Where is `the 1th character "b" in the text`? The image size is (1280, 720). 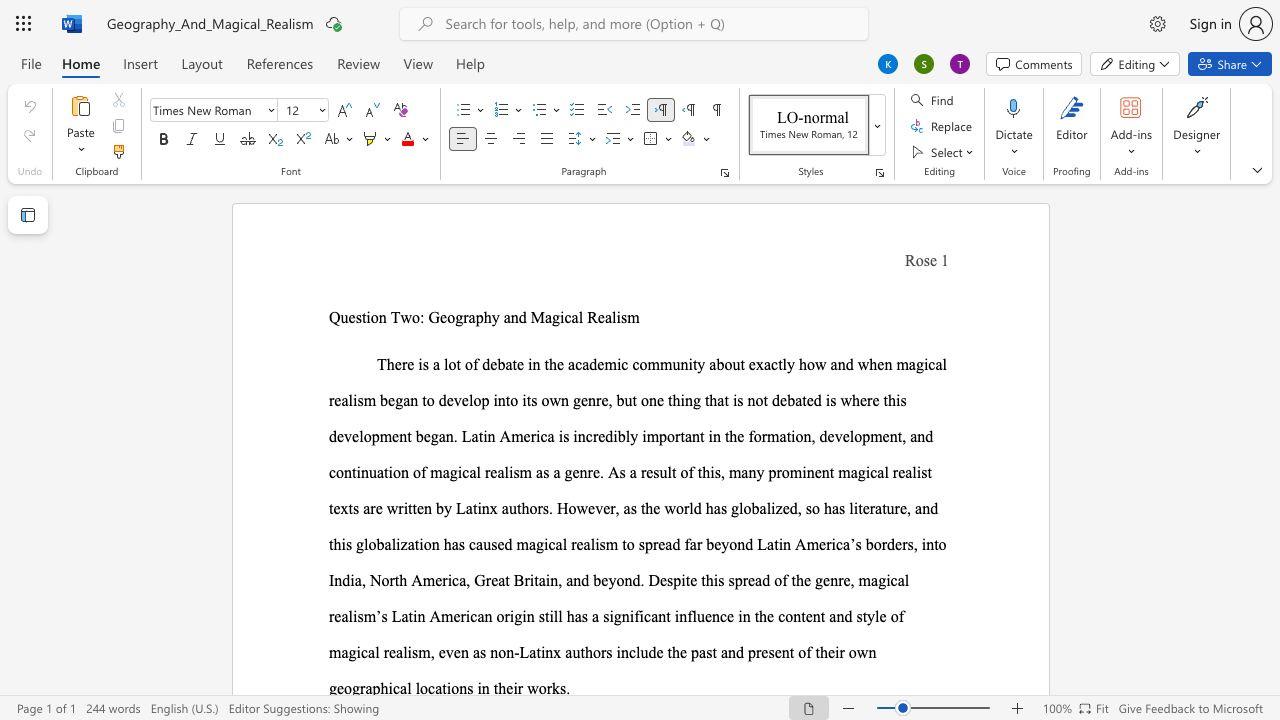 the 1th character "b" in the text is located at coordinates (501, 364).